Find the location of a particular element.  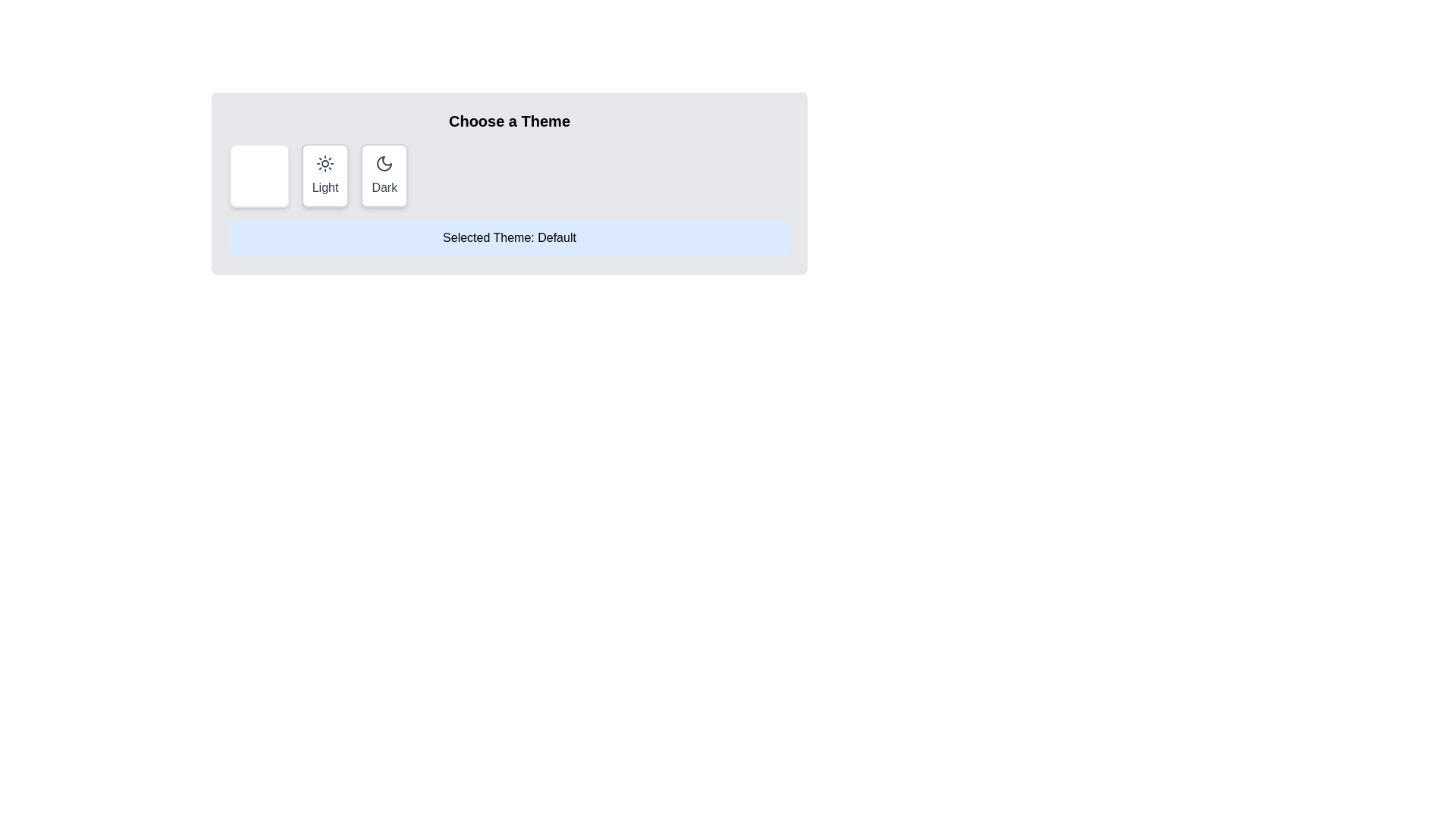

the sun icon representing the 'Light' theme option, which is located at the top of the 'Light' button in the theme selection panel is located at coordinates (325, 164).